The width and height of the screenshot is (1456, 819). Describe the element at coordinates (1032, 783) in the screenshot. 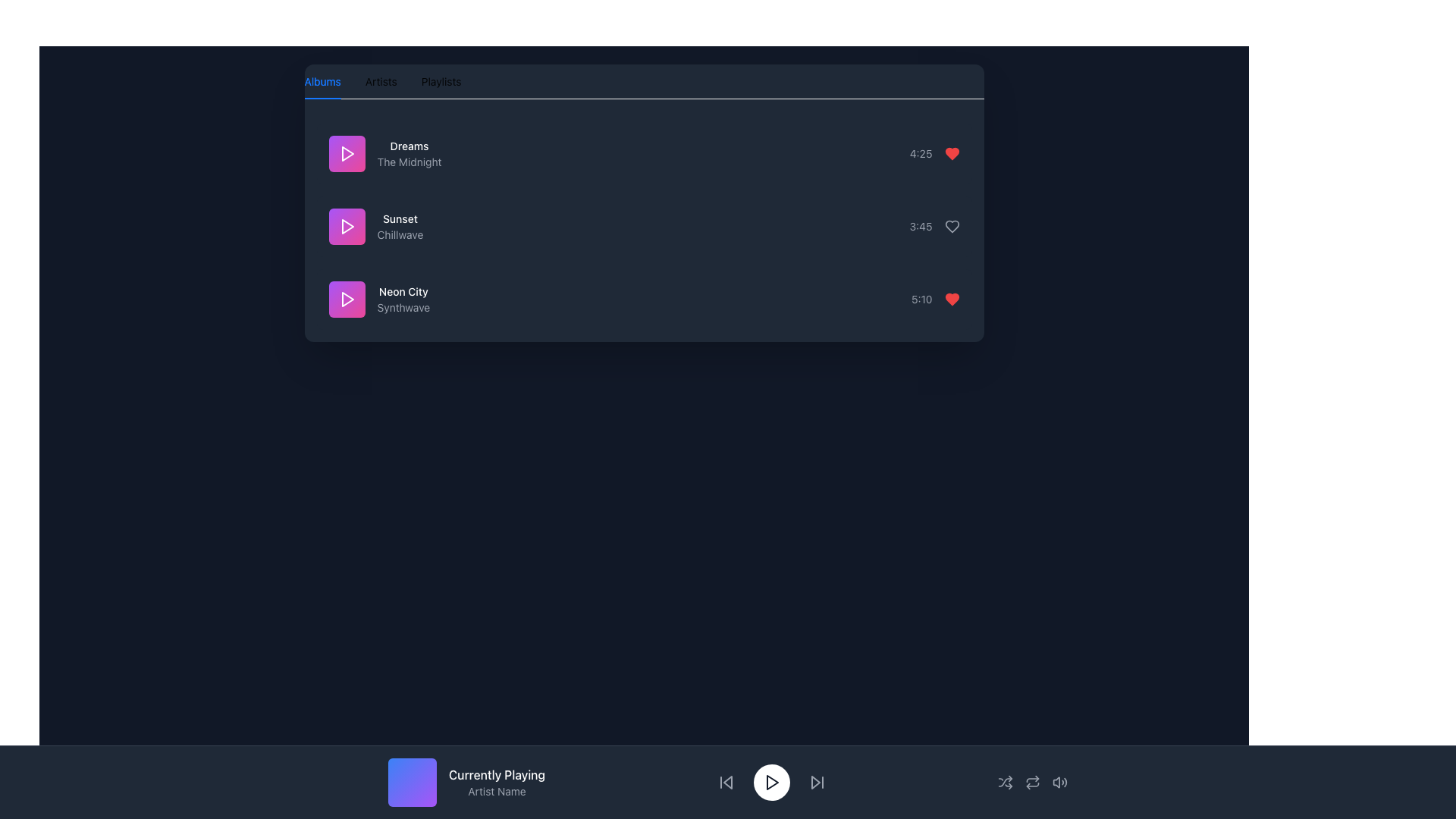

I see `the loop icon button in the bottom-right corner toolbar` at that location.